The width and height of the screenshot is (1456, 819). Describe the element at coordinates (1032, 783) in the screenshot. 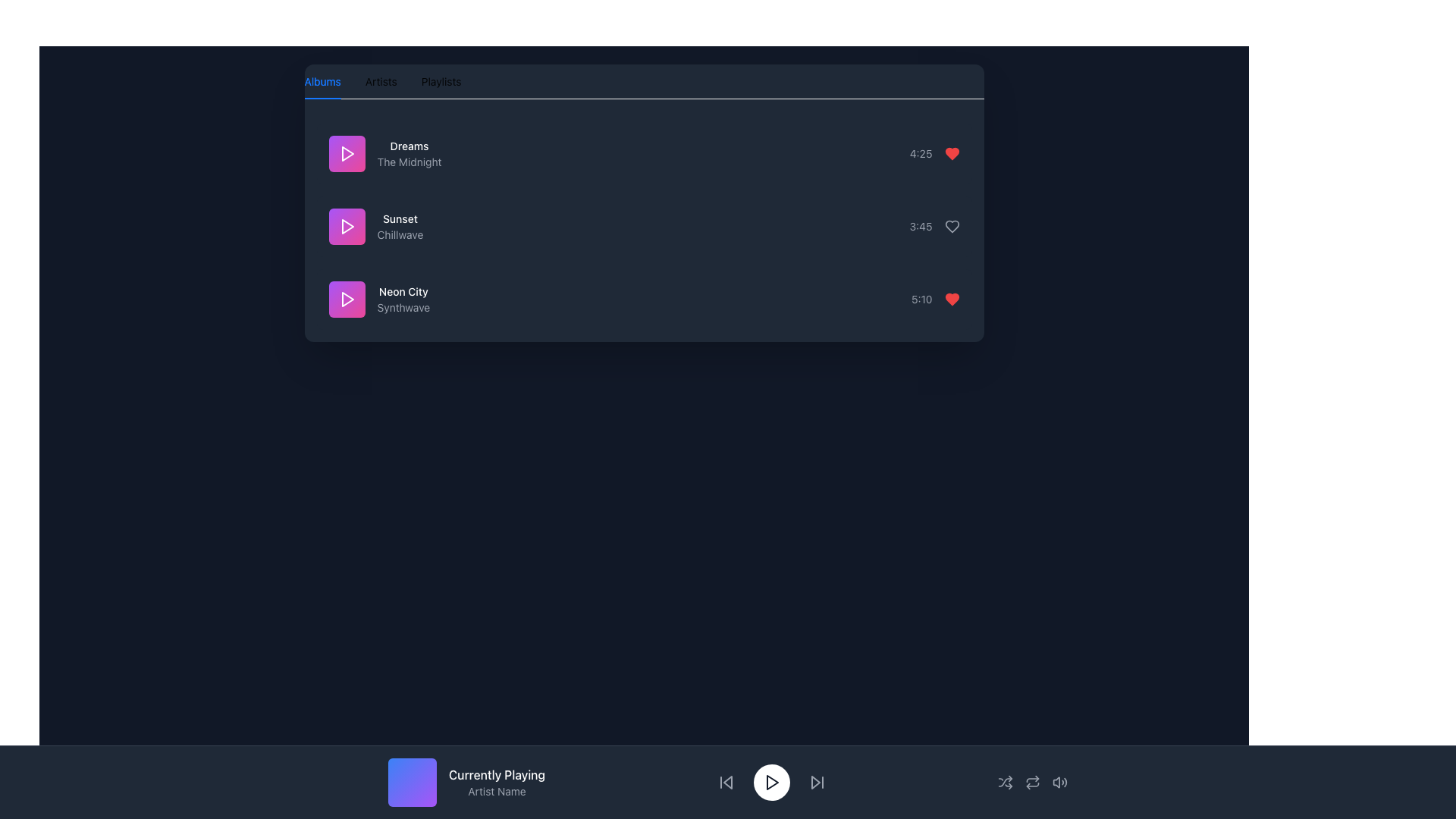

I see `the loop icon button in the bottom-right corner toolbar` at that location.